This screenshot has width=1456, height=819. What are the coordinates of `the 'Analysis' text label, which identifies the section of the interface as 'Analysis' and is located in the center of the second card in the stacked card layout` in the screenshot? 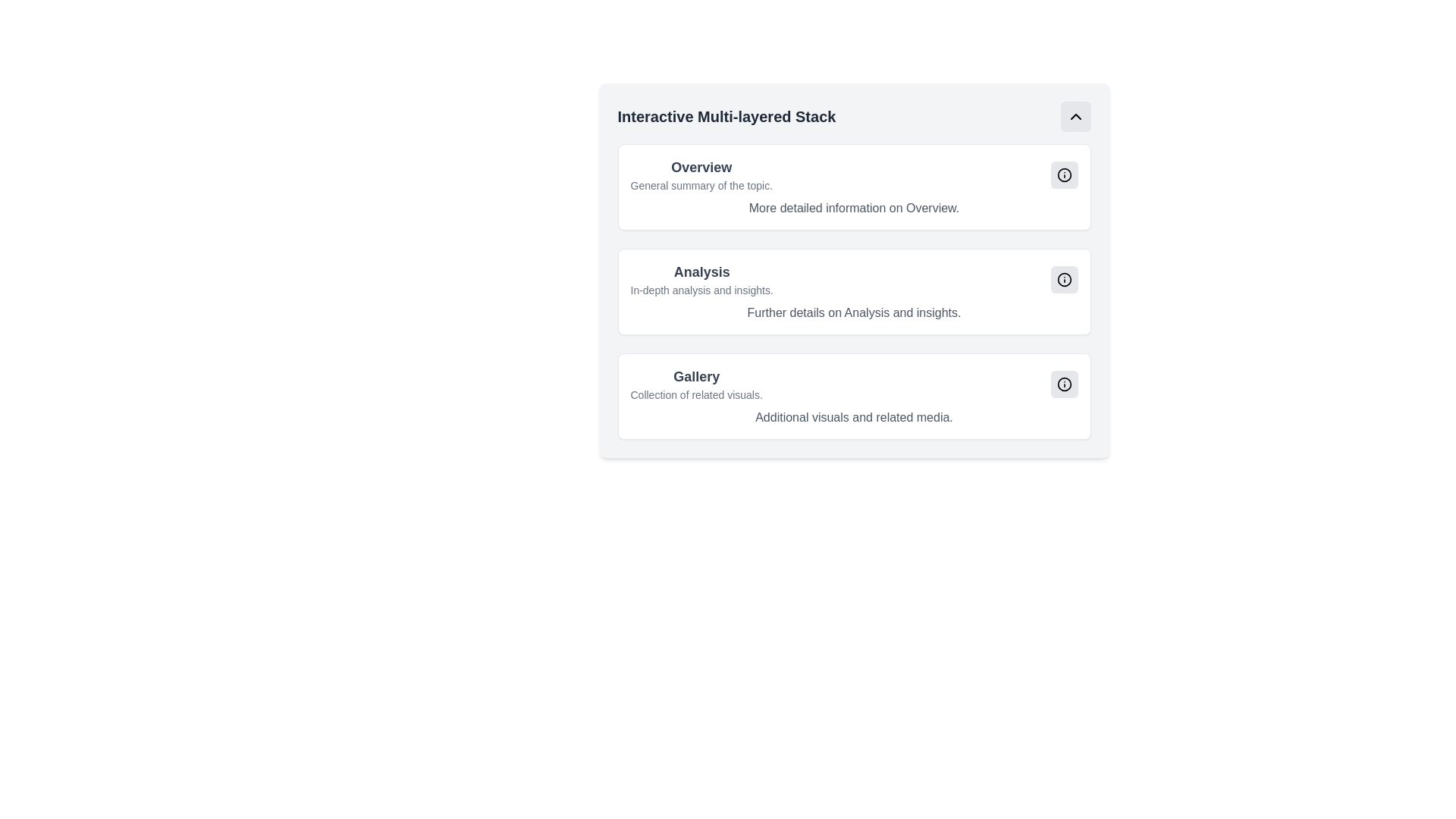 It's located at (701, 271).